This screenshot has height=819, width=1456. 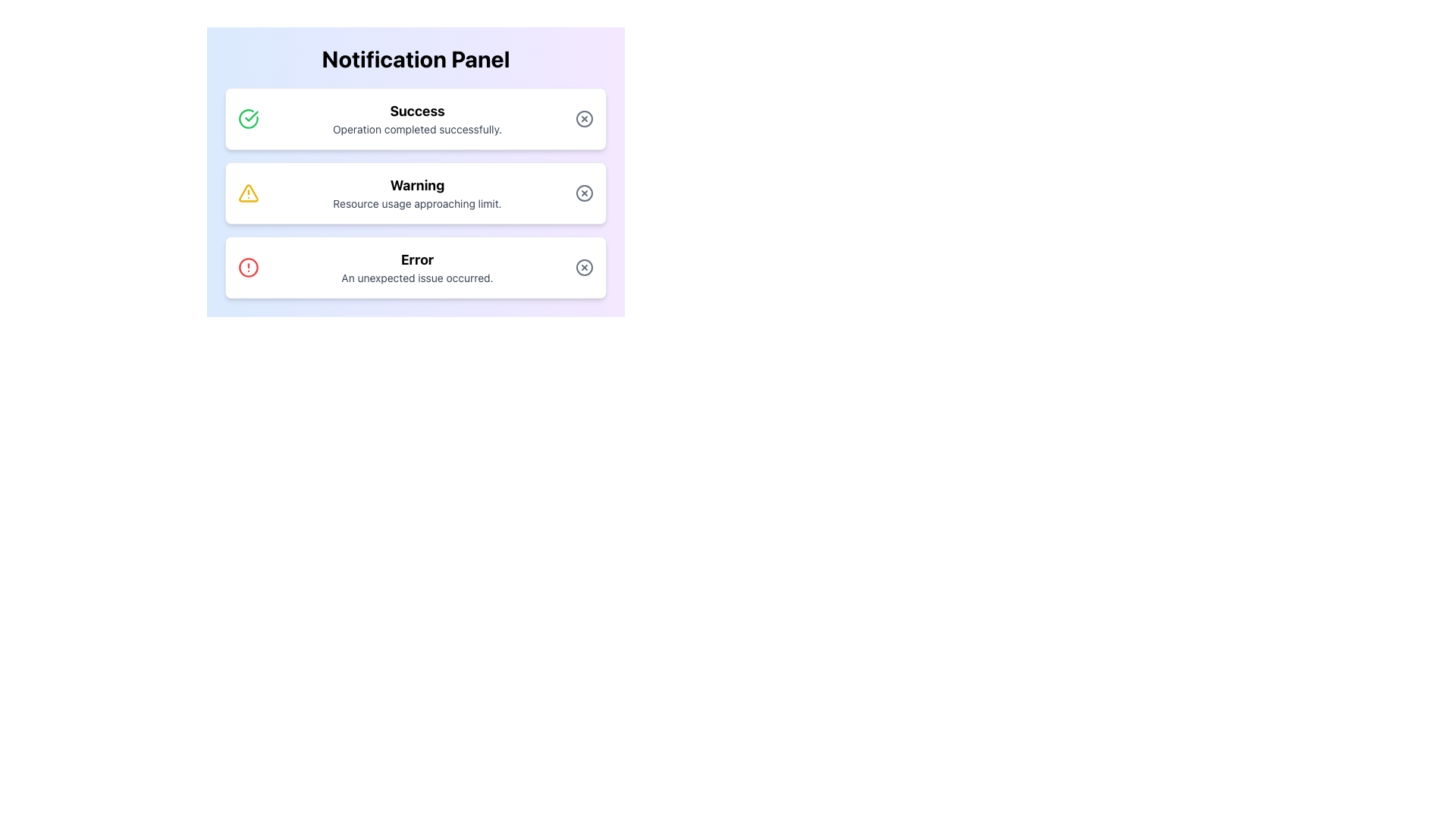 What do you see at coordinates (248, 118) in the screenshot?
I see `the circular green-bordered icon with a check mark at the center, located in the top notification box labeled 'Success', to the left of the title text` at bounding box center [248, 118].